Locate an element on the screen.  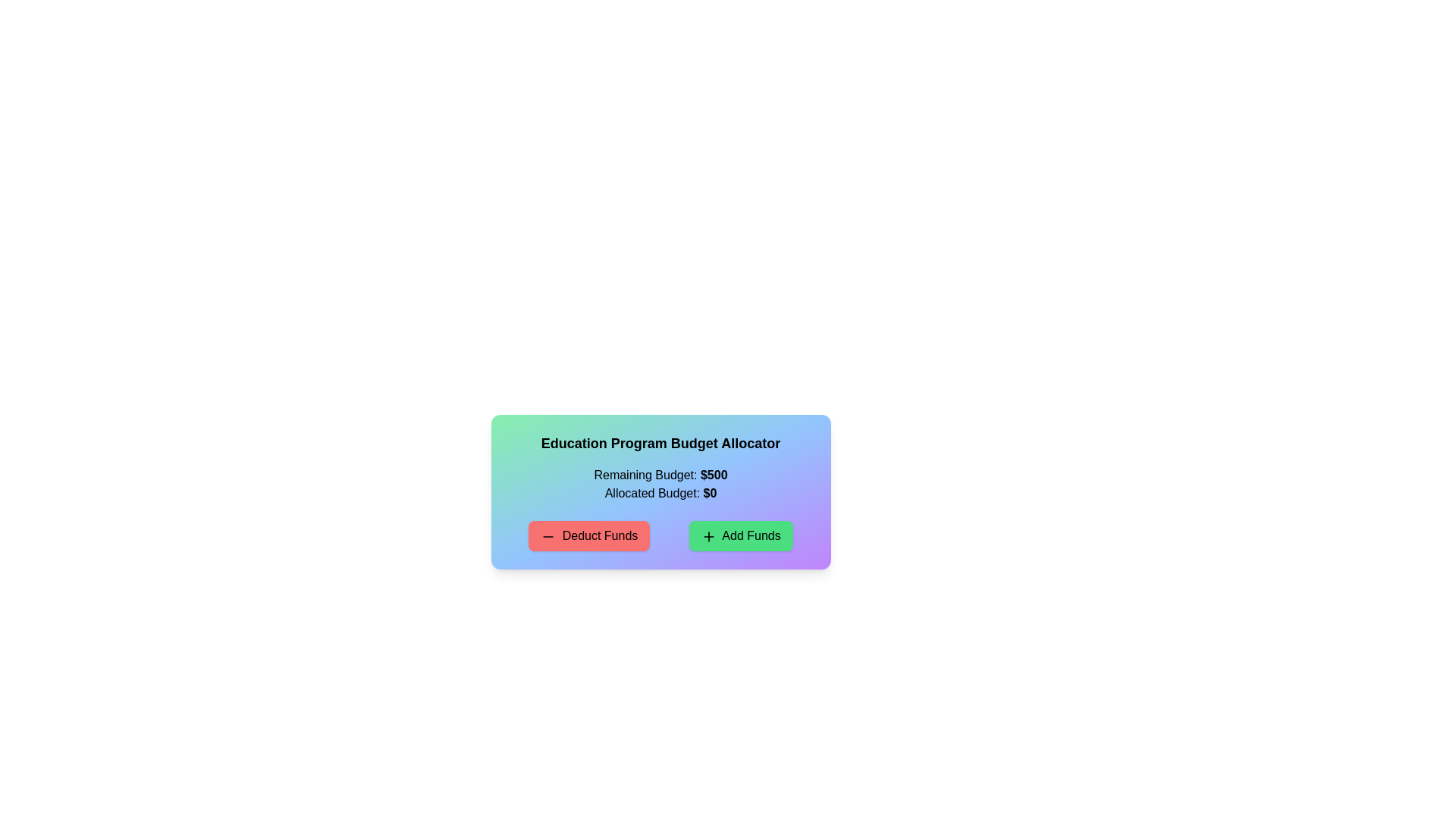
the small red minus icon located to the left of the 'Deduct Funds' text on the red button is located at coordinates (548, 535).